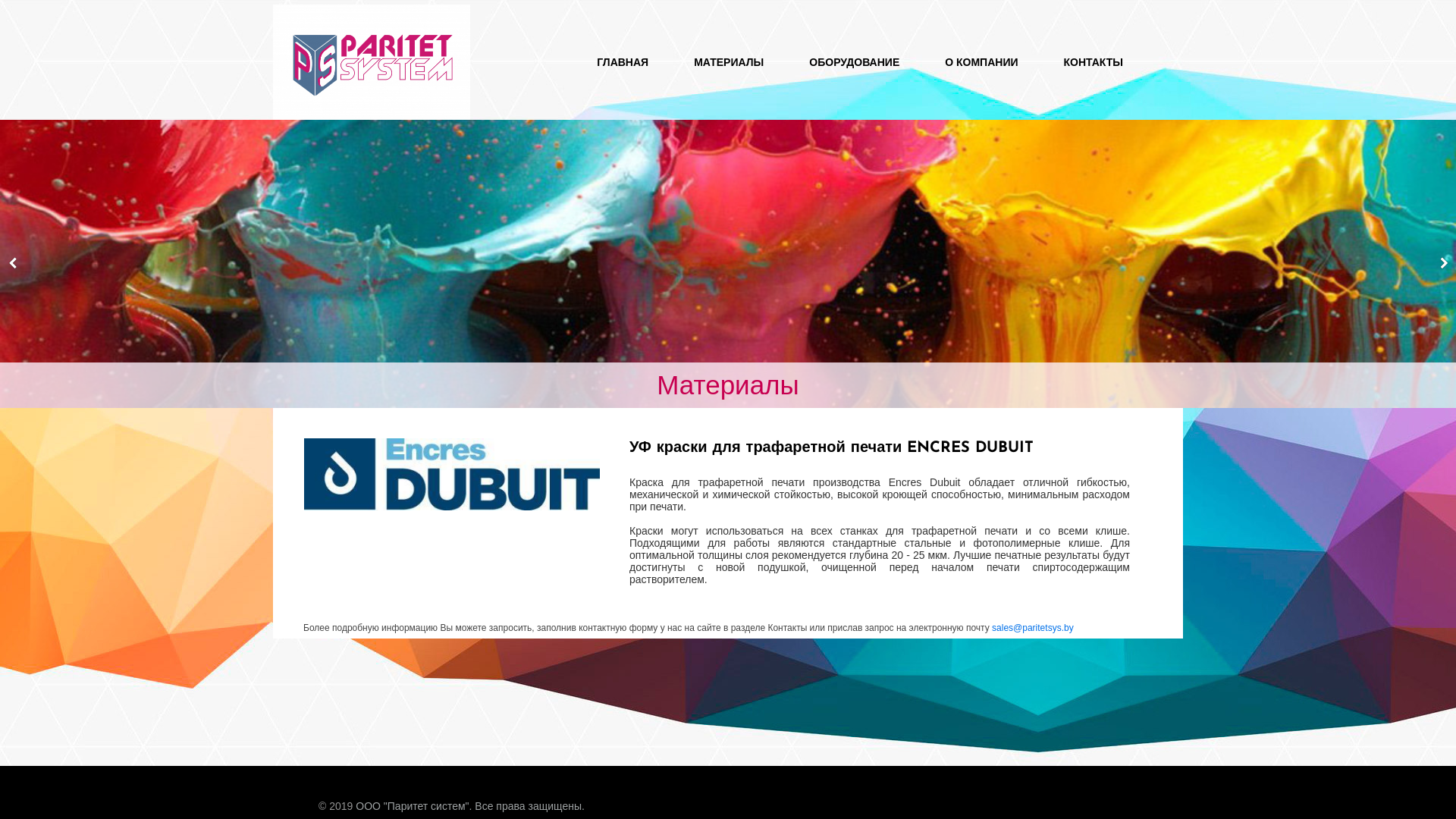  What do you see at coordinates (1032, 628) in the screenshot?
I see `'sales@paritetsys.by'` at bounding box center [1032, 628].